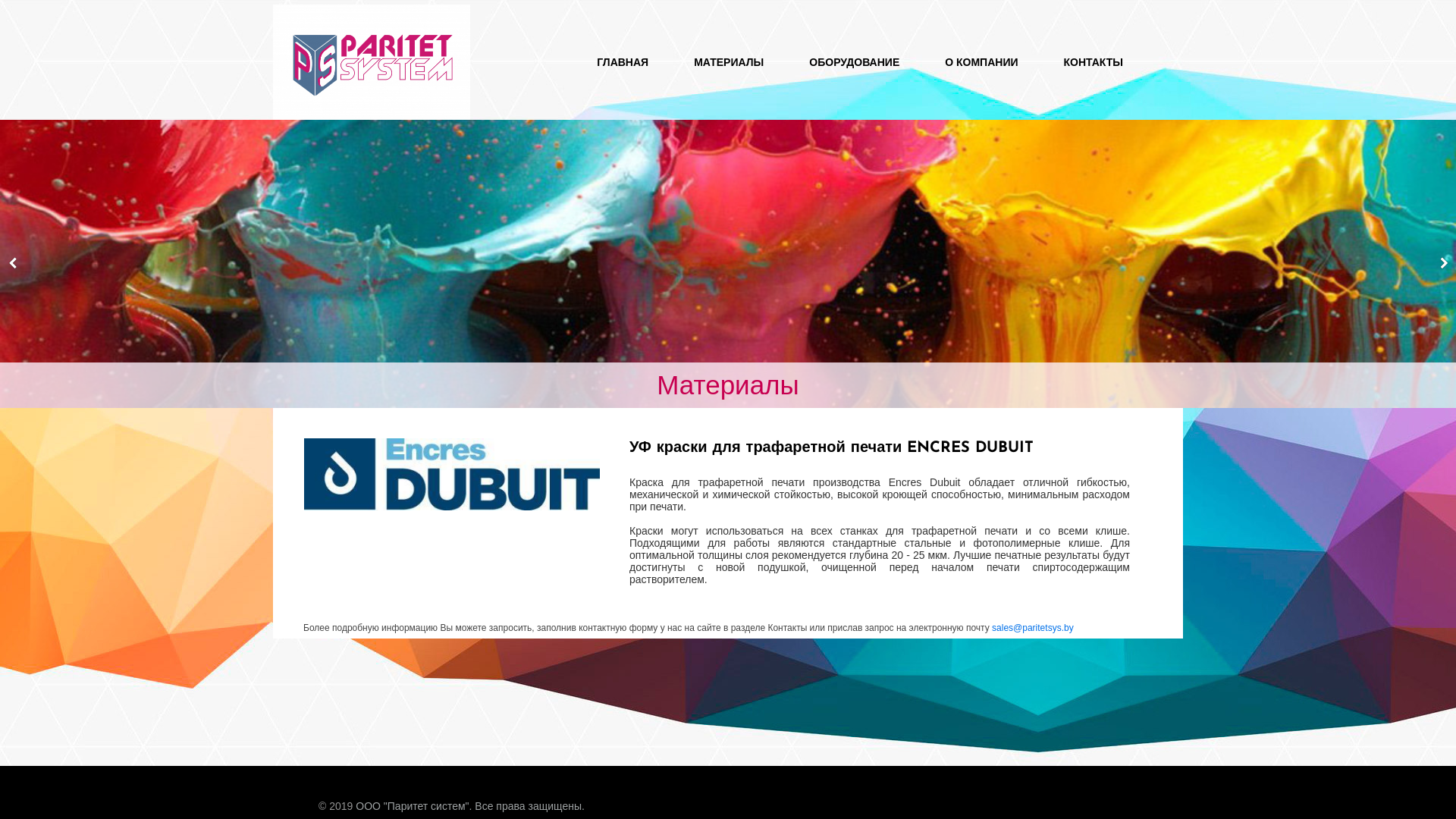  What do you see at coordinates (1032, 628) in the screenshot?
I see `'sales@paritetsys.by'` at bounding box center [1032, 628].